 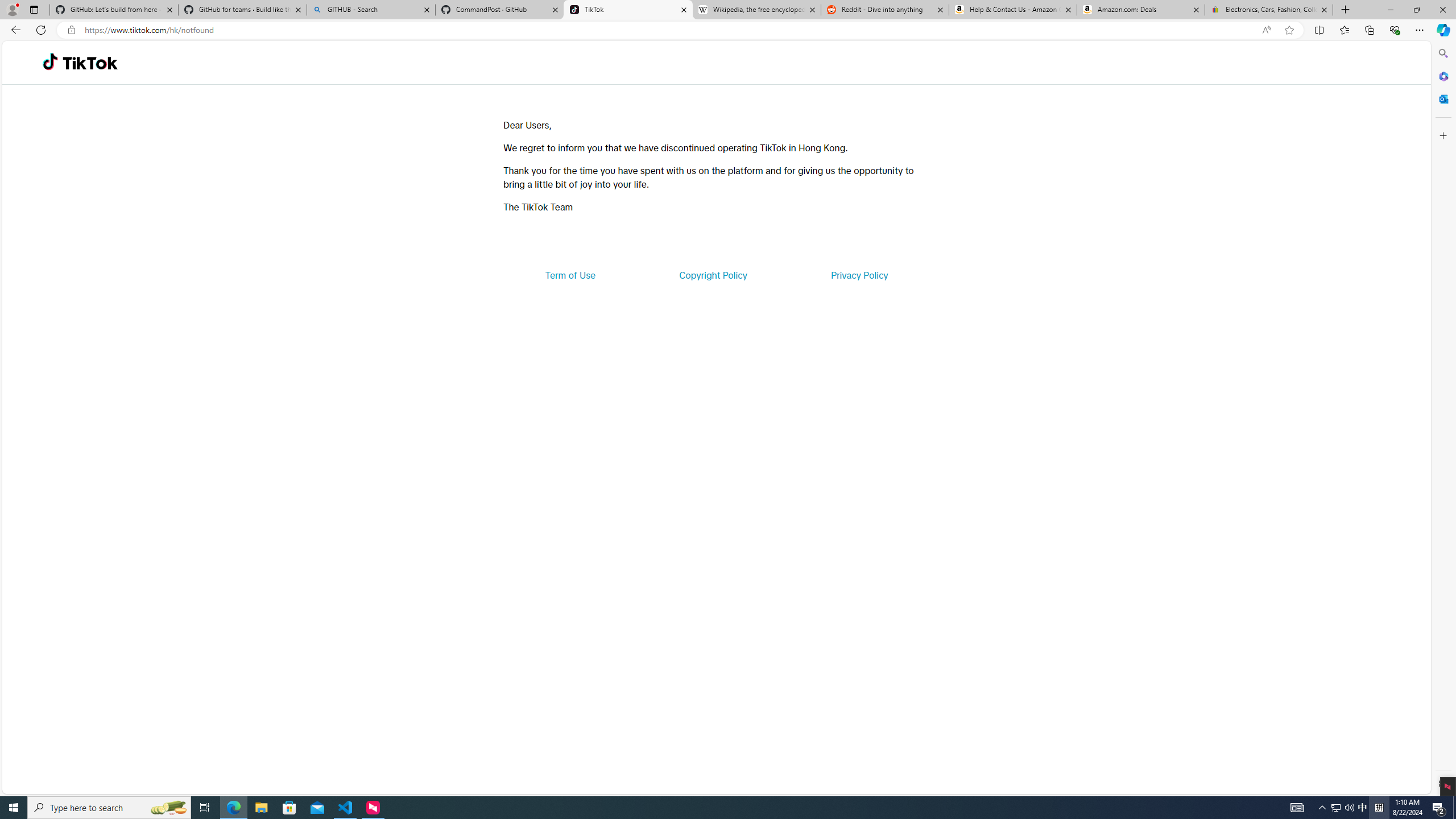 I want to click on 'Microsoft 365', so click(x=1442, y=76).